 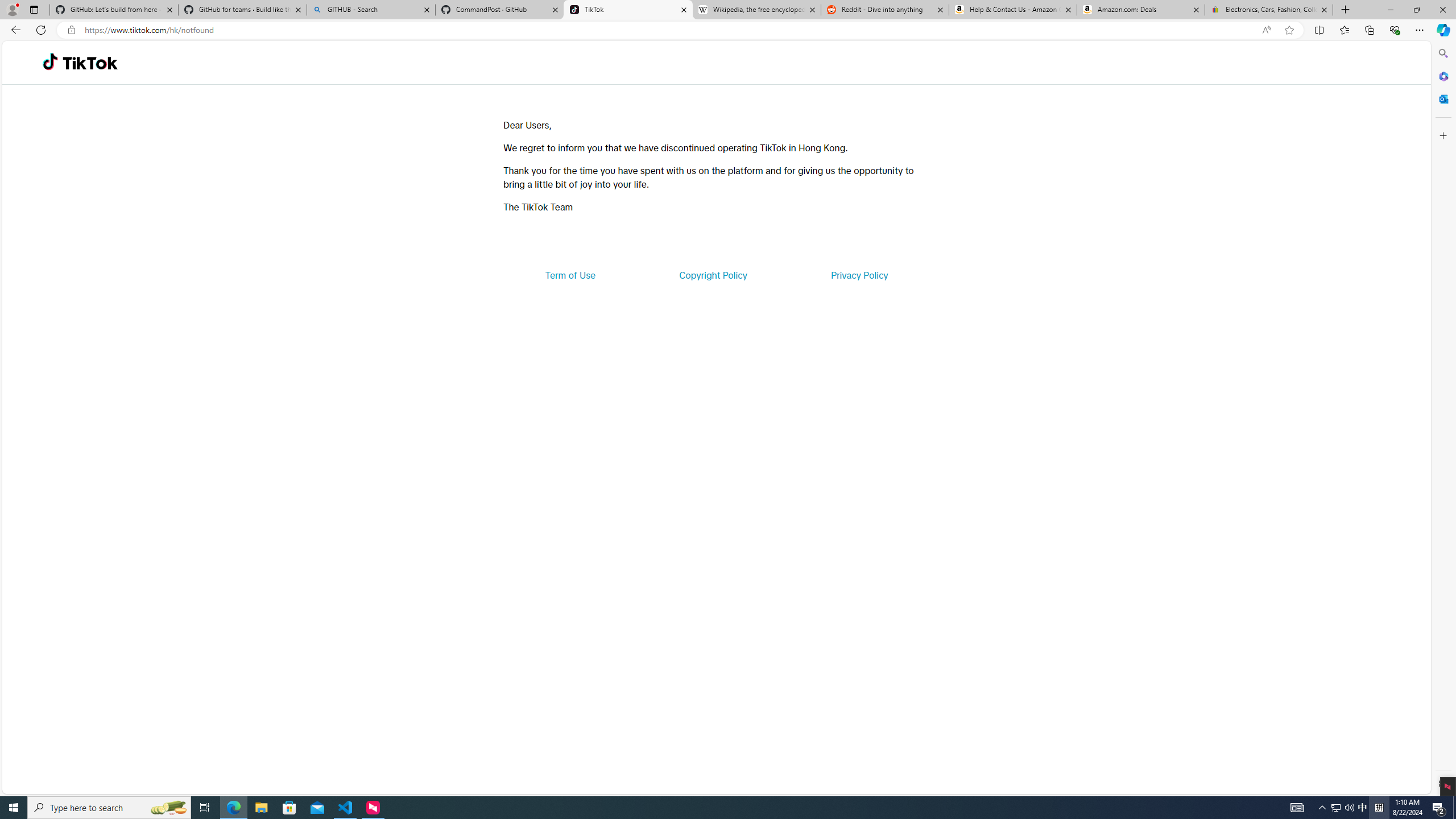 I want to click on 'Microsoft 365', so click(x=1442, y=76).